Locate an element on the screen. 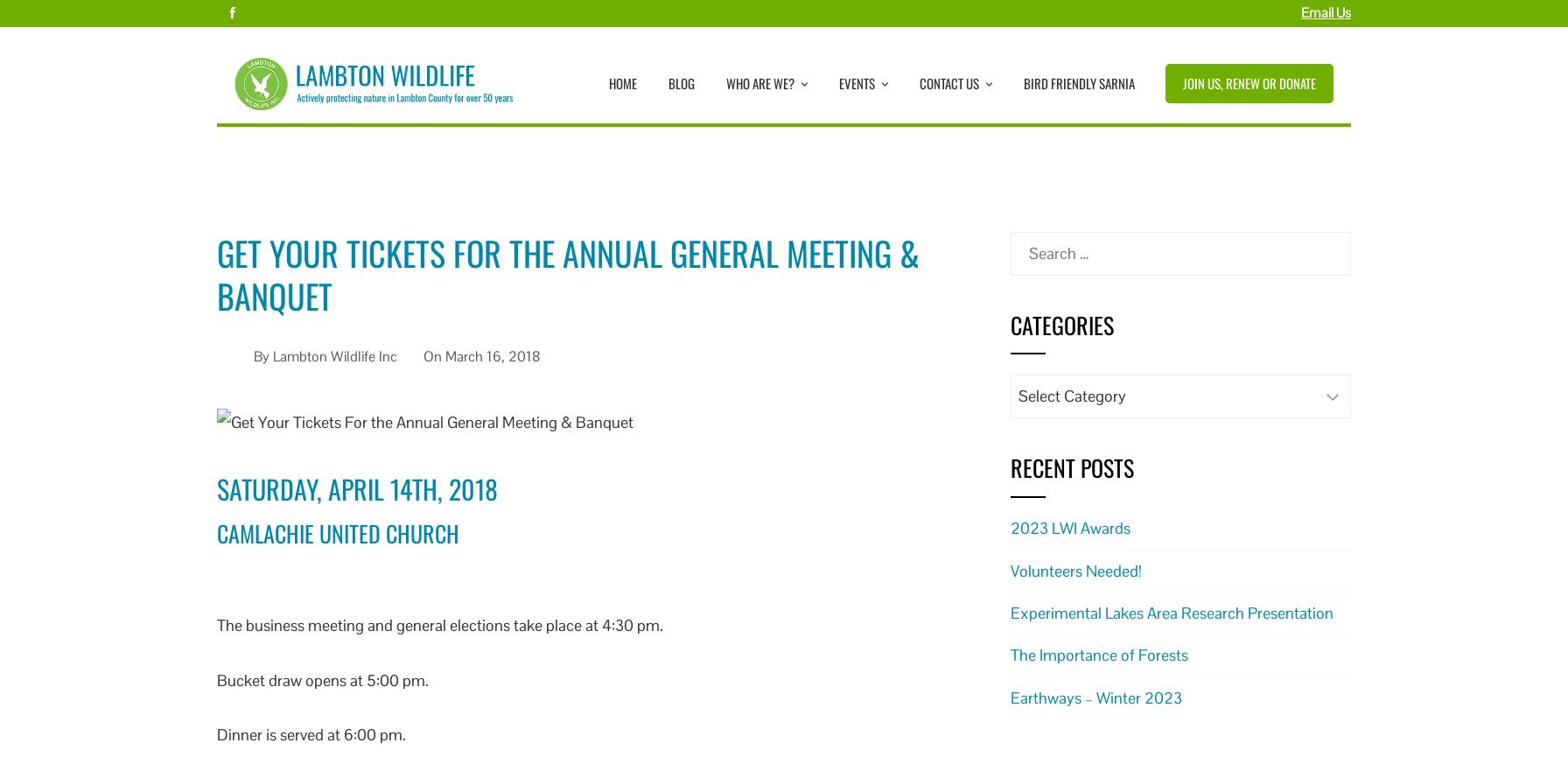  'March 16, 2018' is located at coordinates (493, 355).